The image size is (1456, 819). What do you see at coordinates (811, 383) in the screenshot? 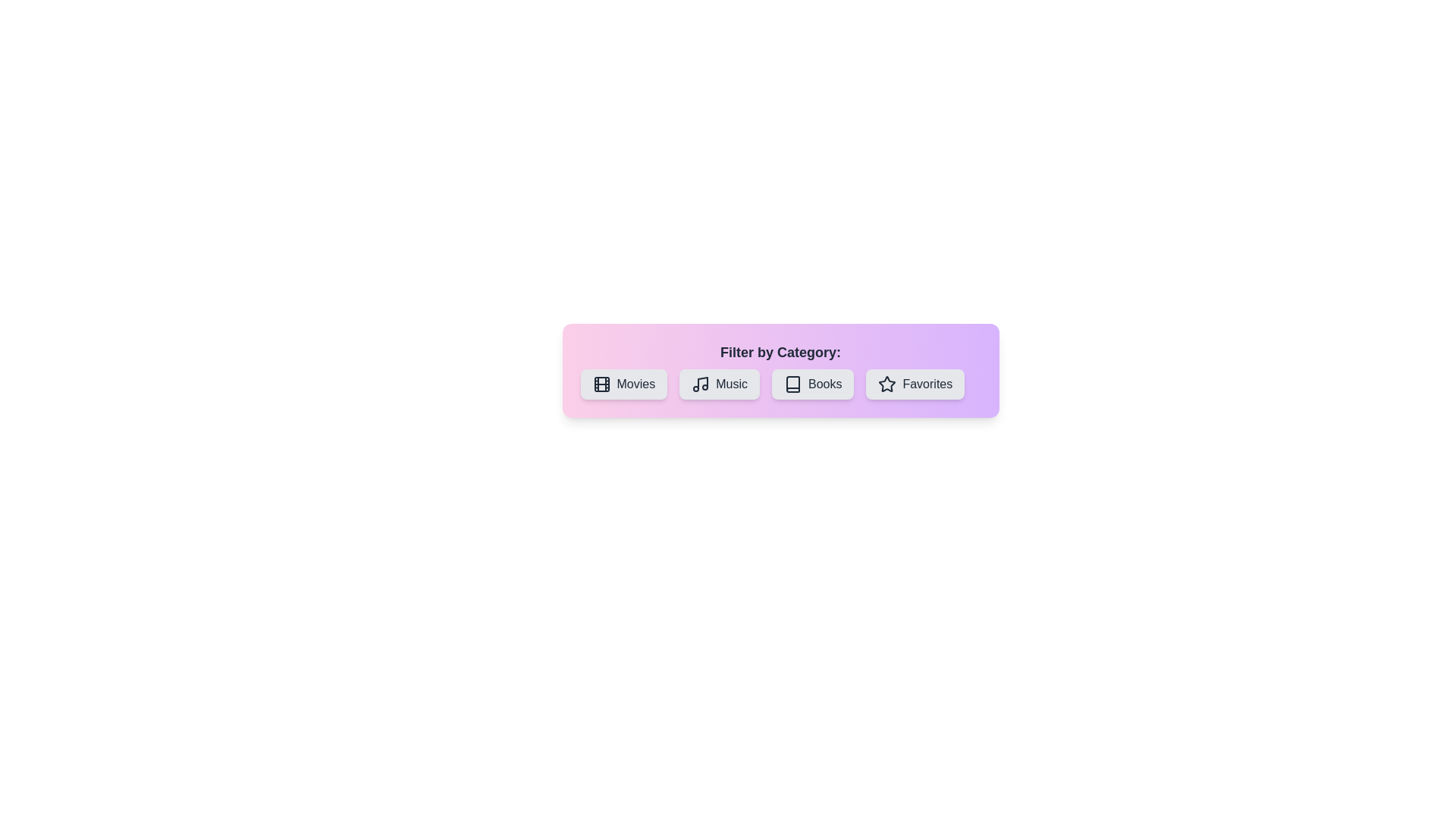
I see `the 'Books' button to toggle its selected state` at bounding box center [811, 383].